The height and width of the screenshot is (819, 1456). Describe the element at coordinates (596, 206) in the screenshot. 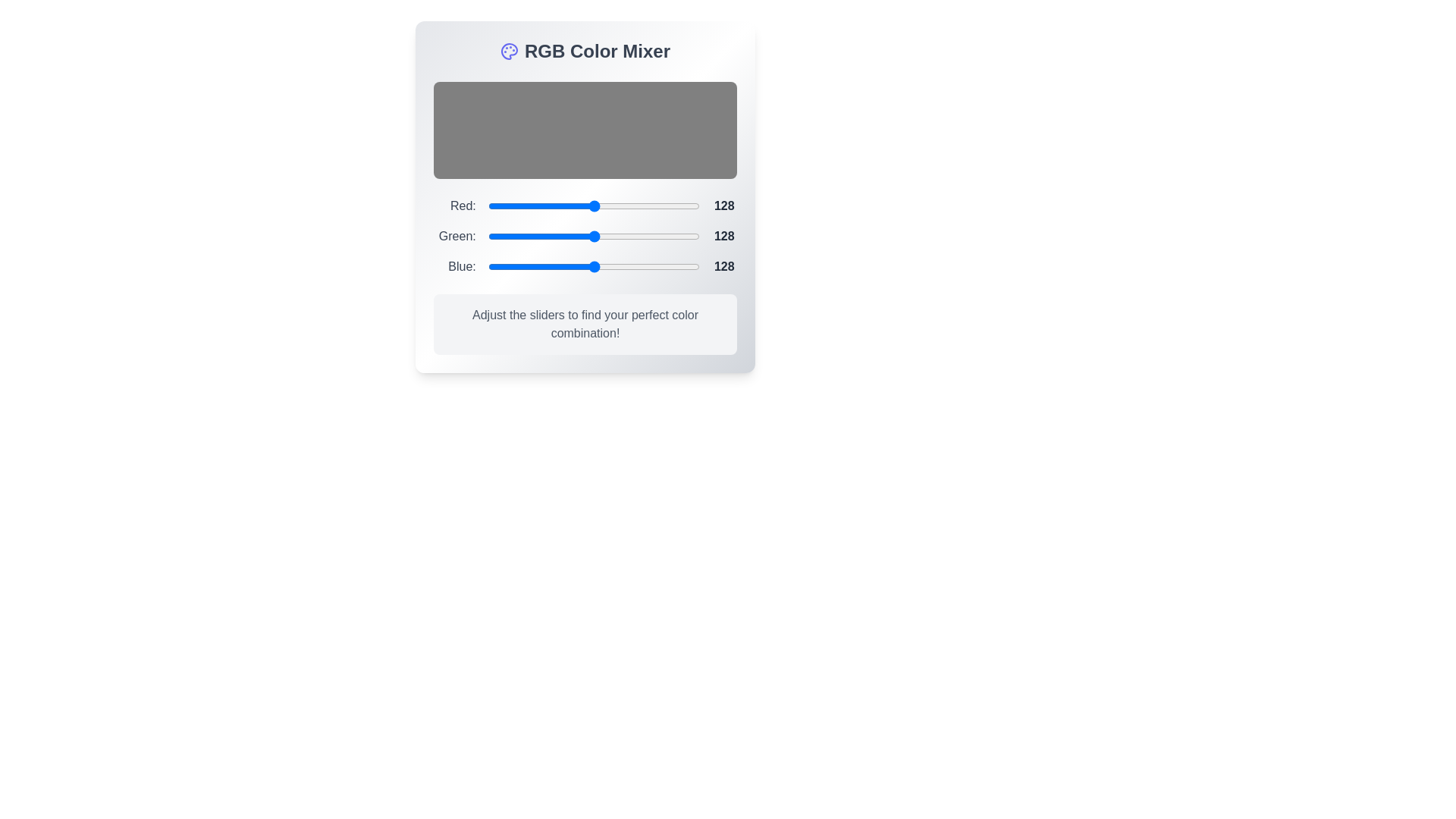

I see `the 0 slider to 132` at that location.